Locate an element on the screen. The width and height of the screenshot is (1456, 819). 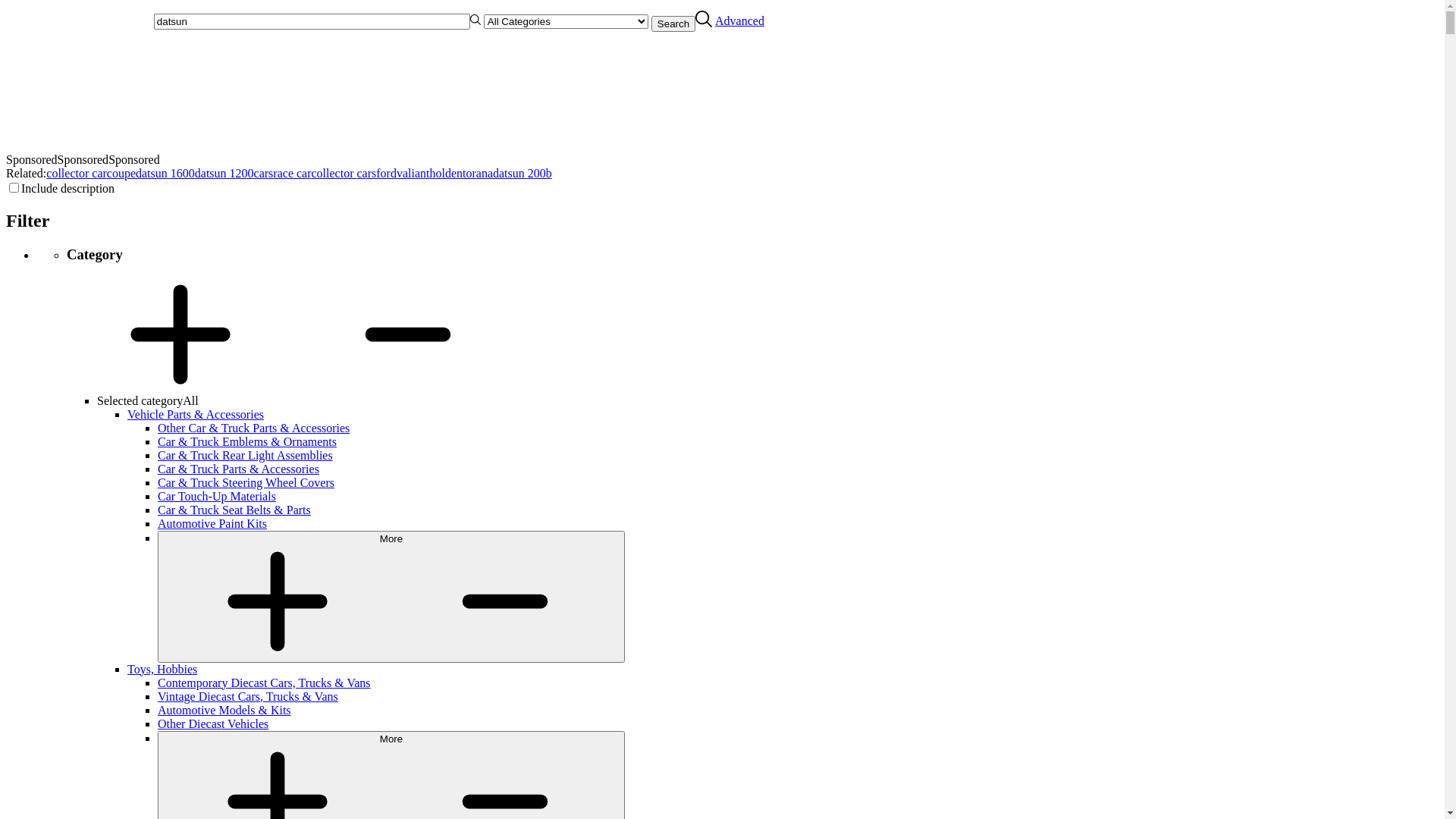
'Car & Truck Seat Belts & Parts' is located at coordinates (233, 510).